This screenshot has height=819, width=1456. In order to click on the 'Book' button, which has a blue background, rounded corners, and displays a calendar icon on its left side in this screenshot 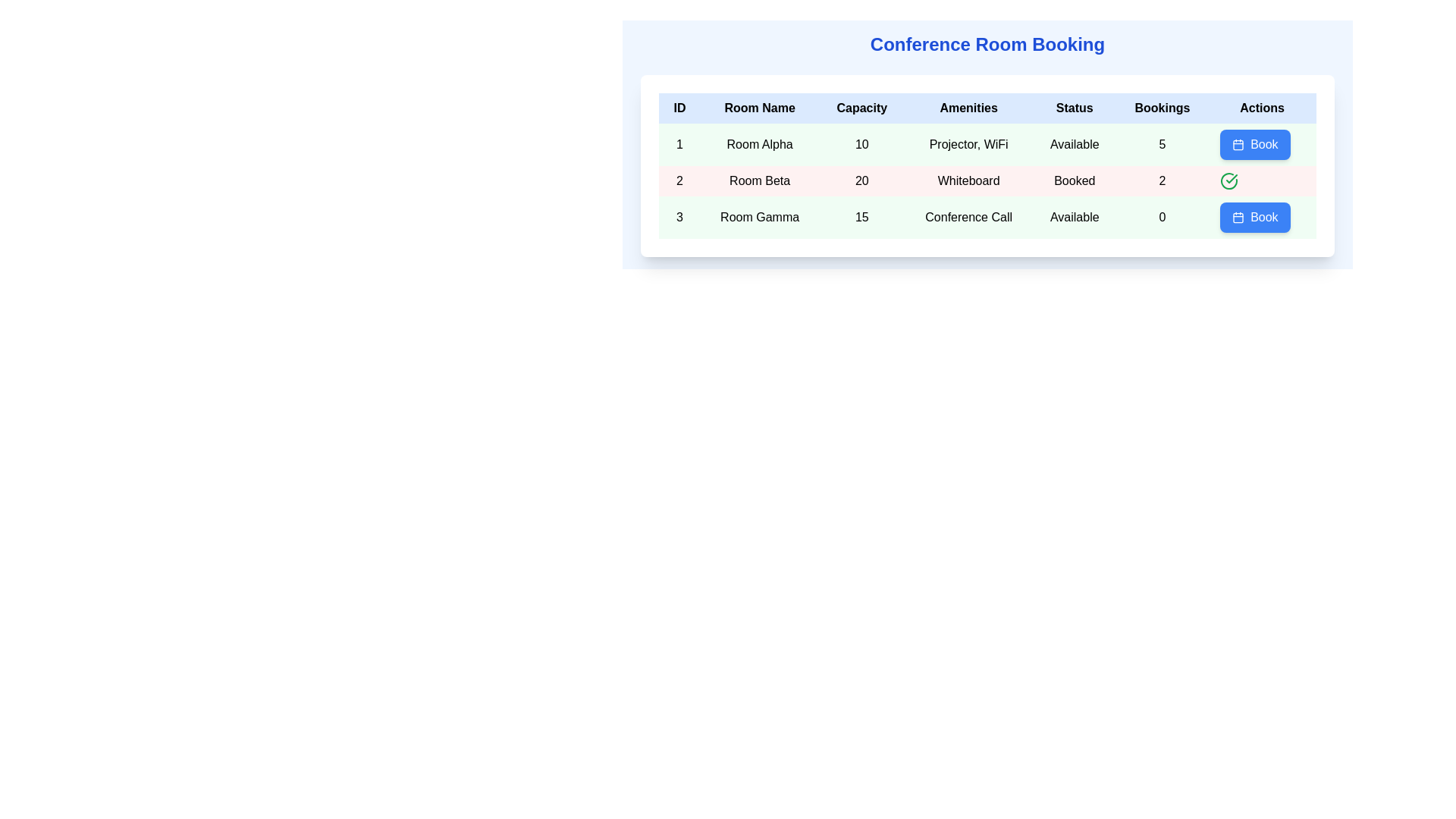, I will do `click(1262, 217)`.